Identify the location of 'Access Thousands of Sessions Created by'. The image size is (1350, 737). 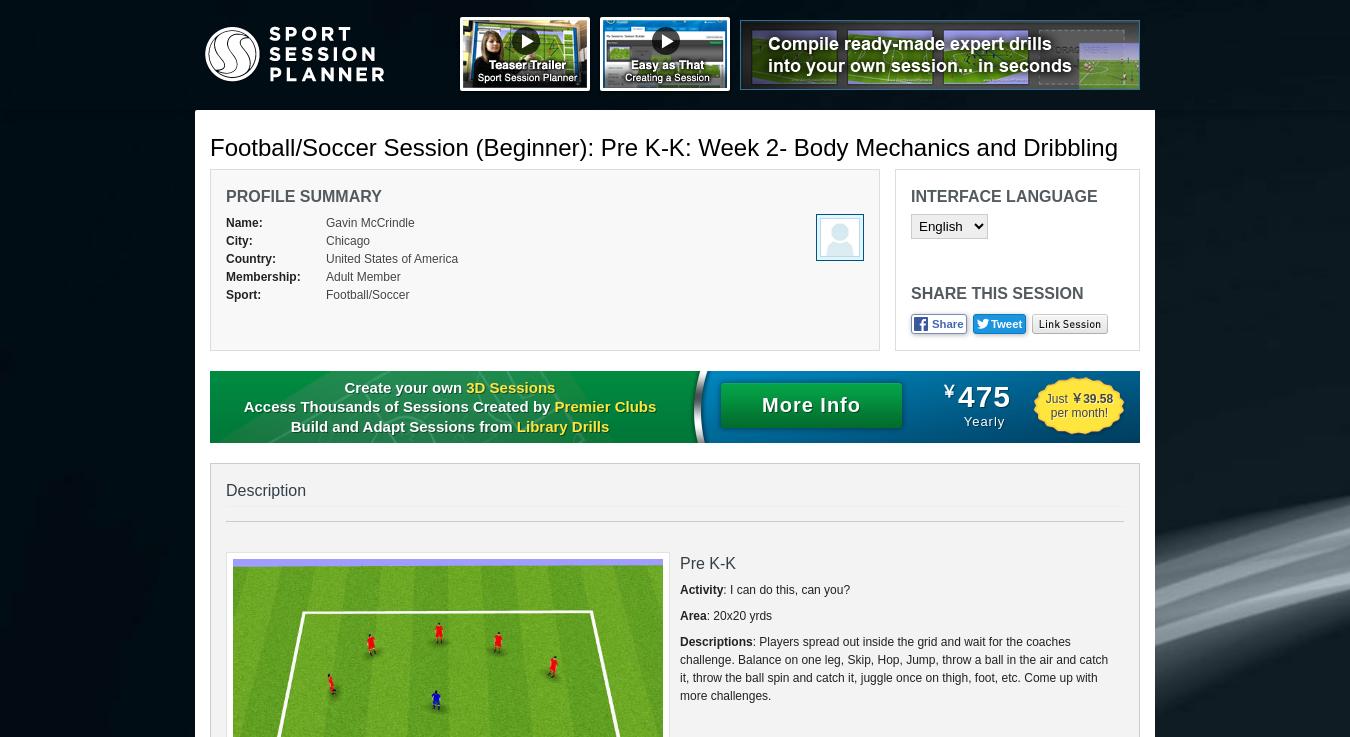
(398, 406).